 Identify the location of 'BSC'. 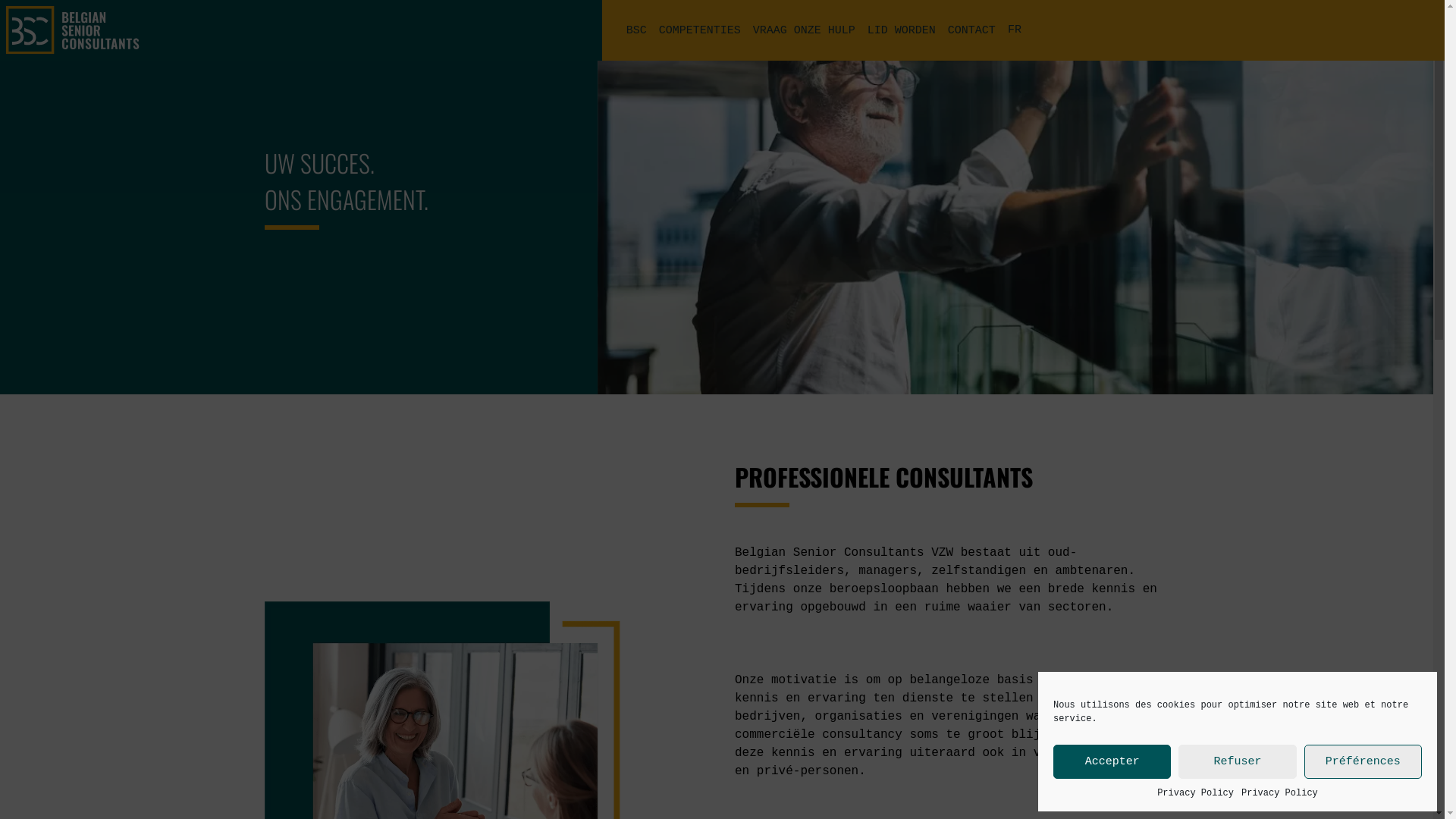
(636, 30).